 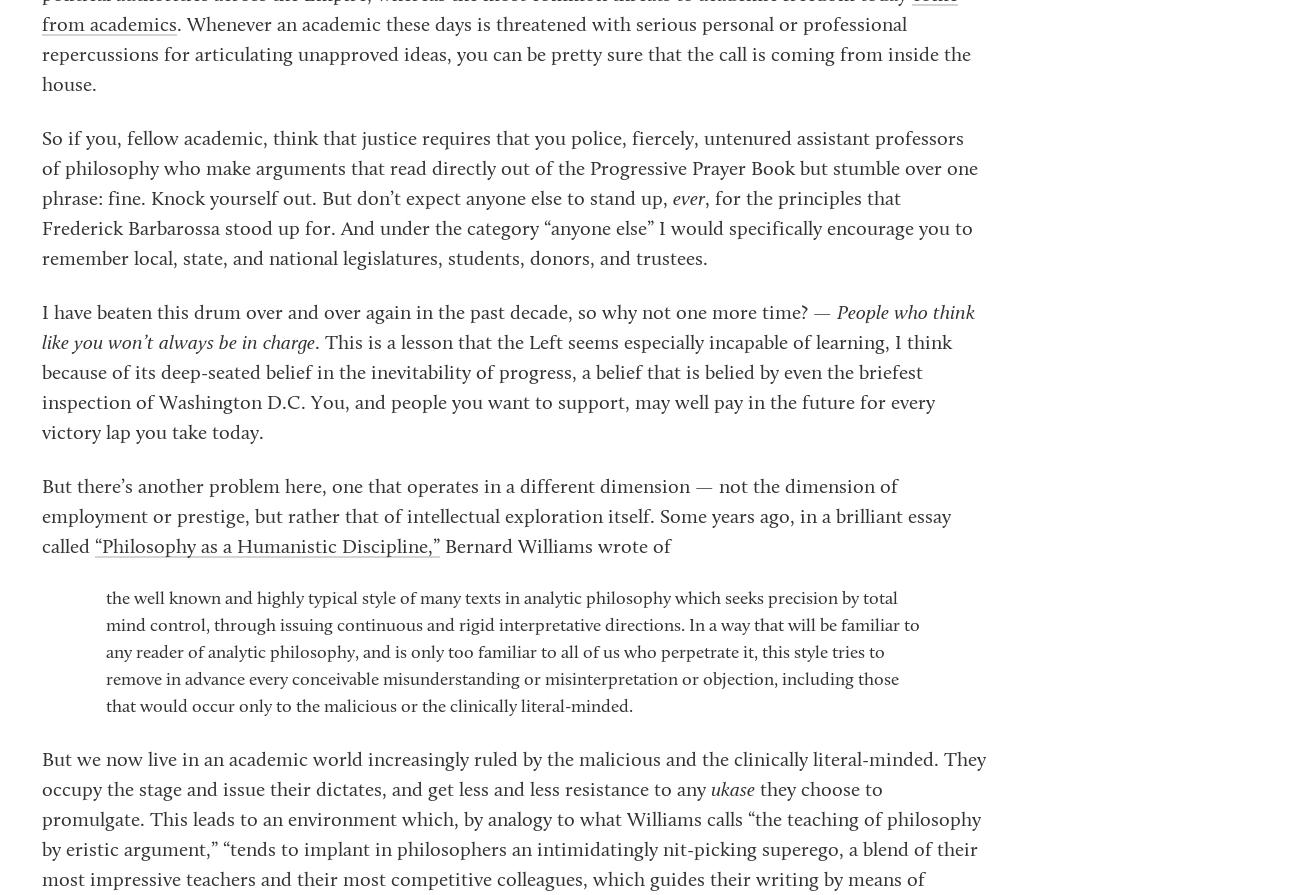 I want to click on '“Philosophy as a Humanistic Discipline,”', so click(x=266, y=547).